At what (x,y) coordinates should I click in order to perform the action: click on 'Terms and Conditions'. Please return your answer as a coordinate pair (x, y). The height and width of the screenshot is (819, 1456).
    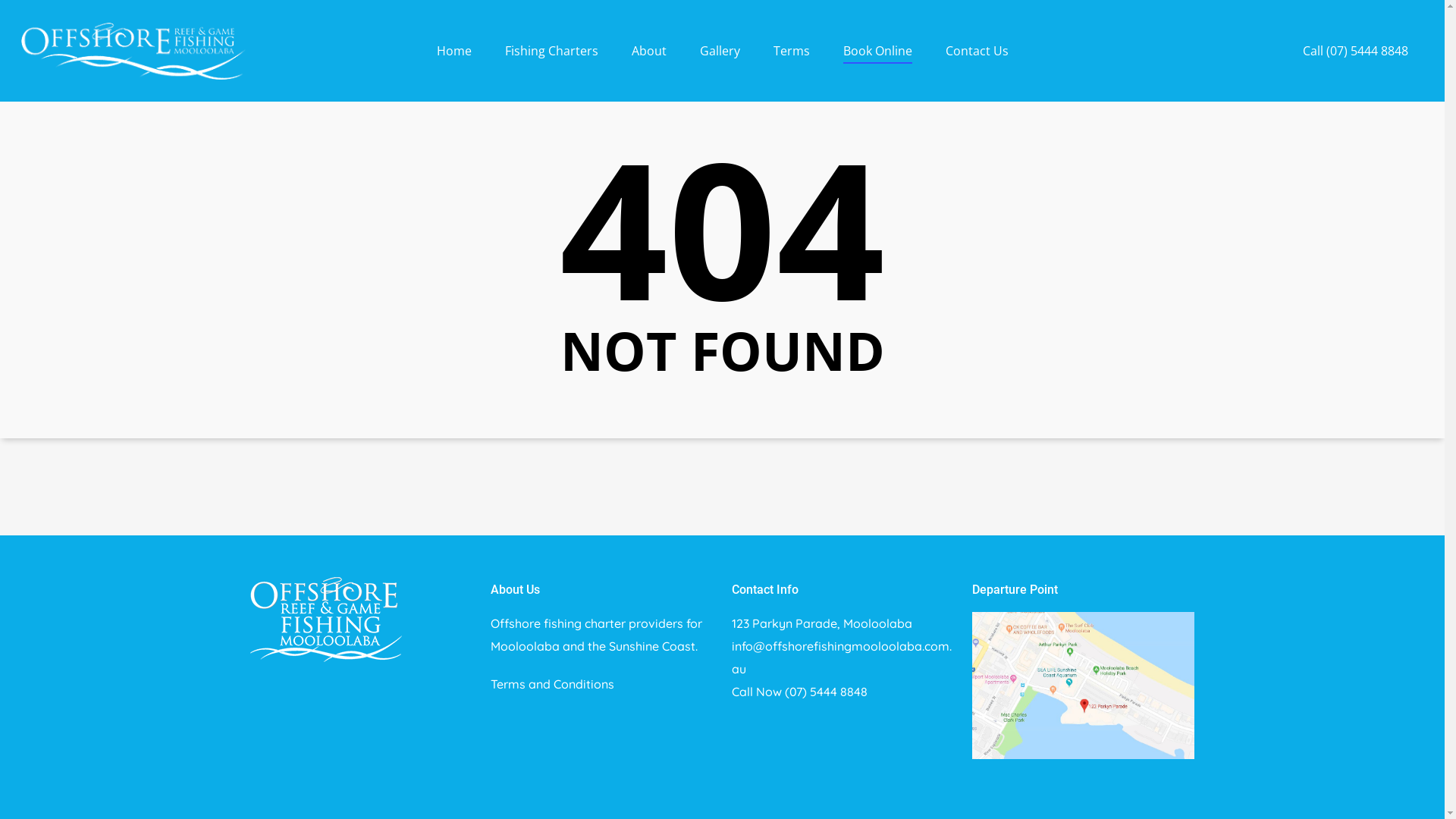
    Looking at the image, I should click on (551, 684).